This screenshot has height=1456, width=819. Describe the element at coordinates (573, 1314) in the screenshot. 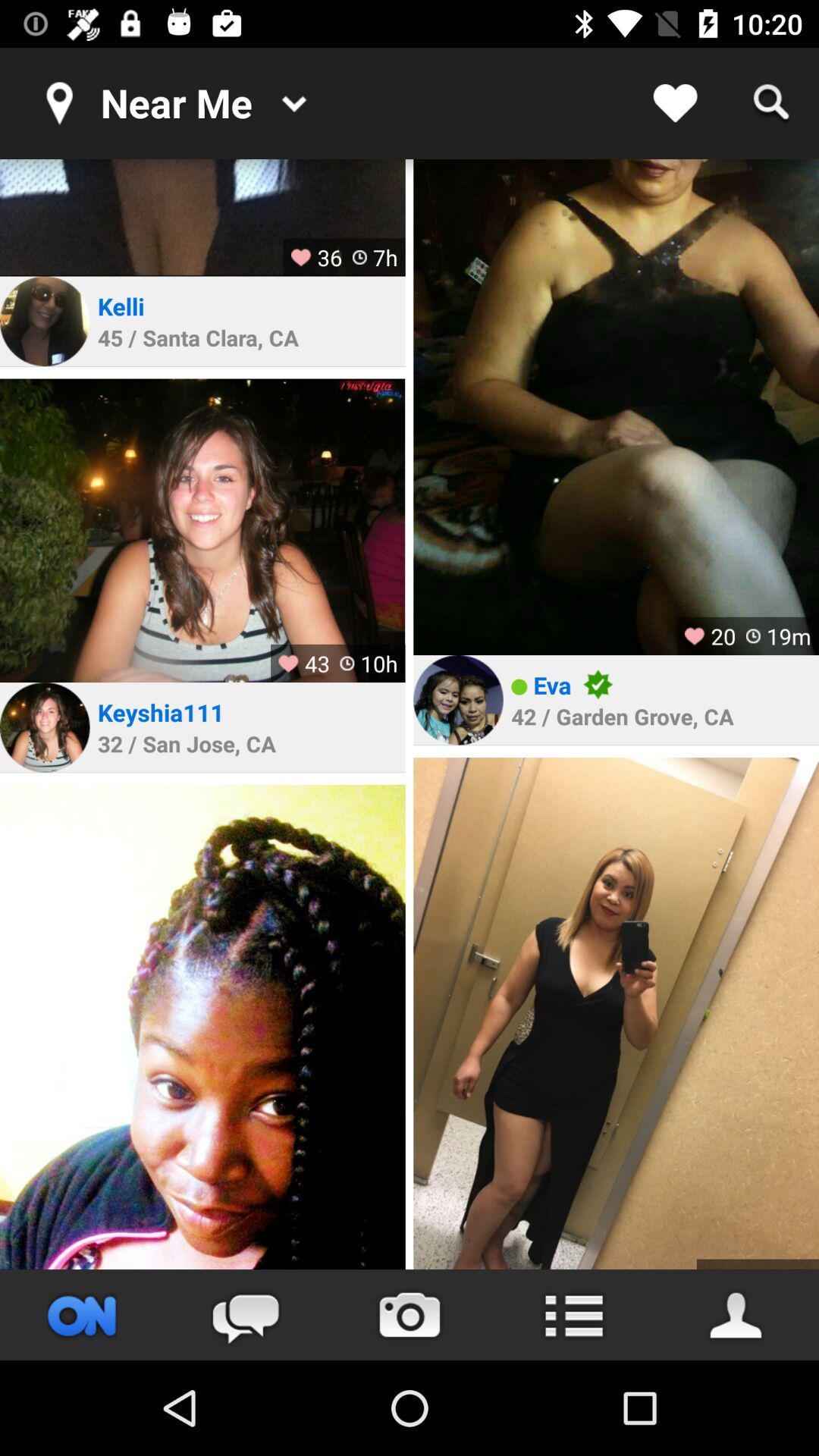

I see `the list icon` at that location.